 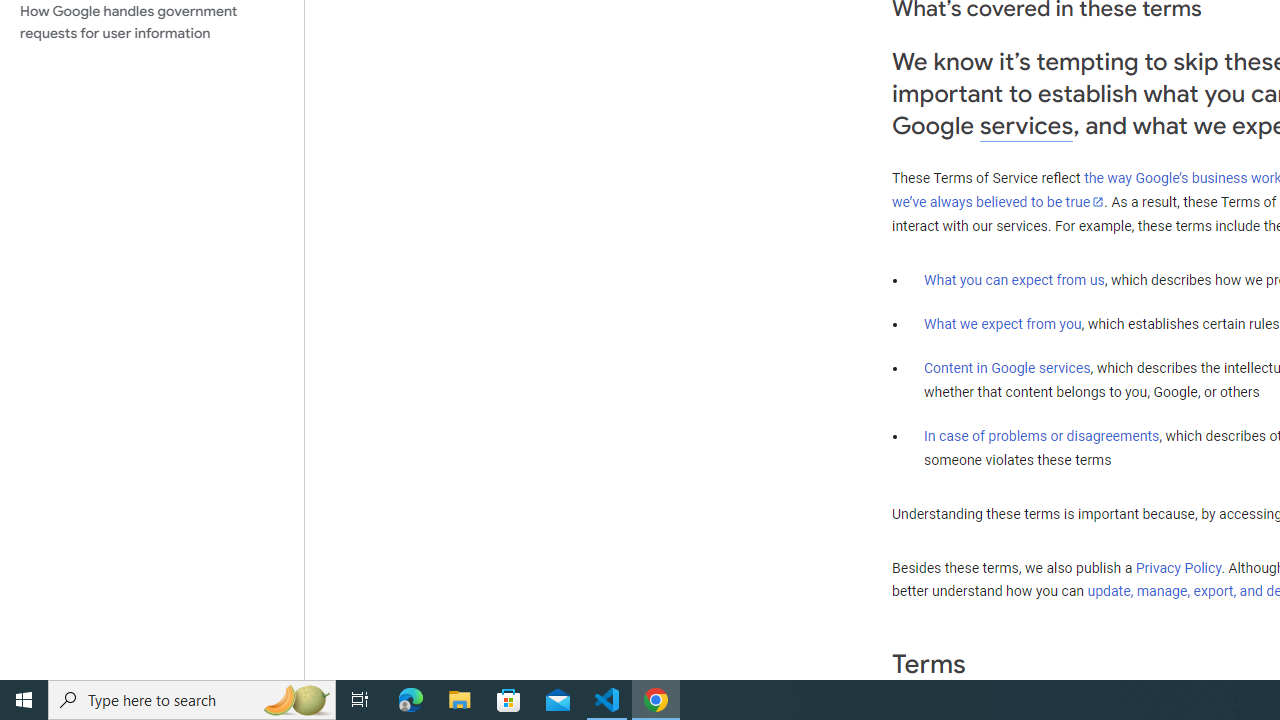 What do you see at coordinates (1026, 125) in the screenshot?
I see `'services'` at bounding box center [1026, 125].